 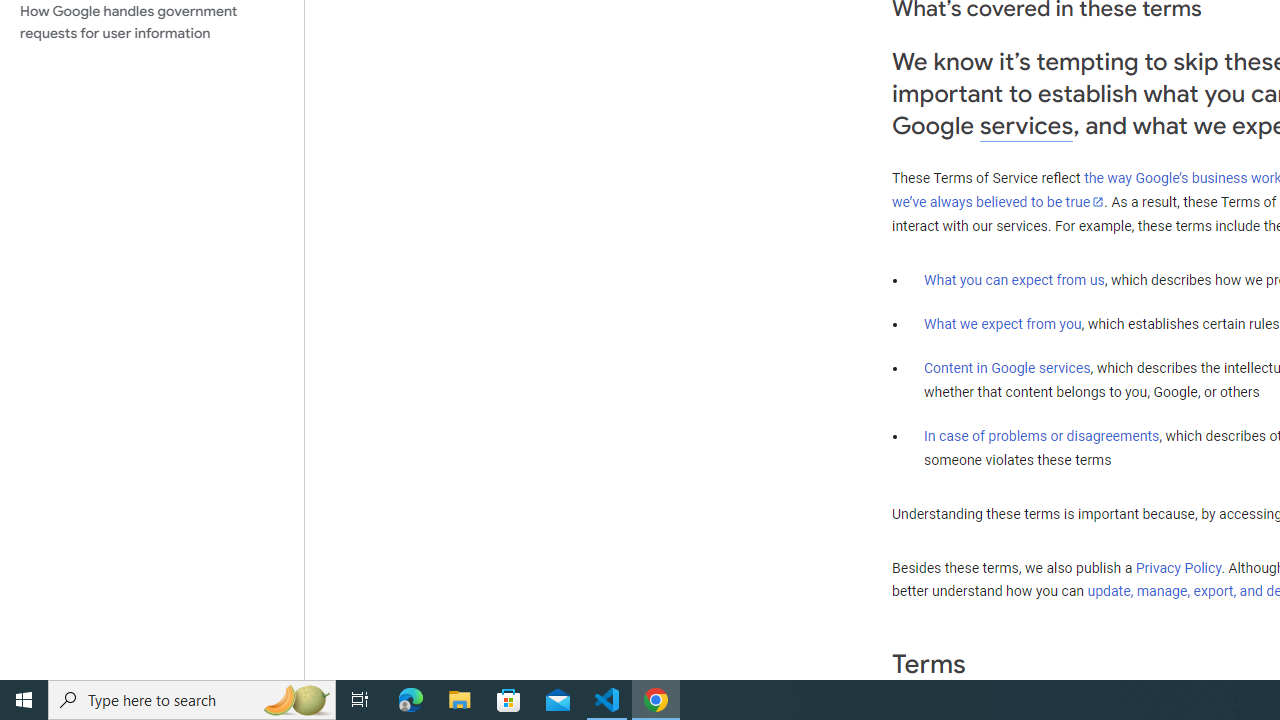 What do you see at coordinates (1026, 125) in the screenshot?
I see `'services'` at bounding box center [1026, 125].